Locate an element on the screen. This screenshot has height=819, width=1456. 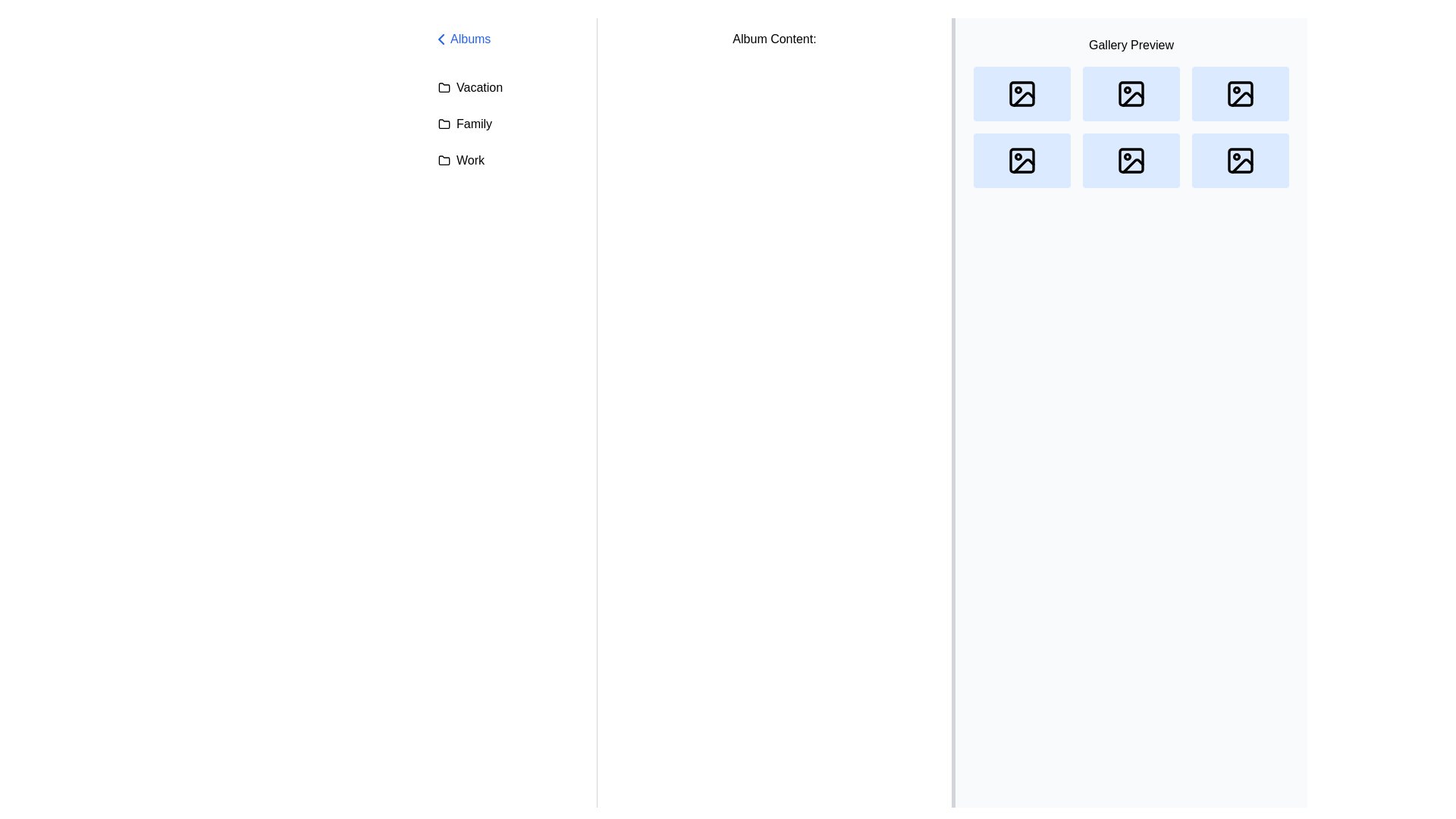
the Decorative folder icon located in the left sidebar navigation area, positioned immediately before the 'Vacation' label is located at coordinates (443, 87).